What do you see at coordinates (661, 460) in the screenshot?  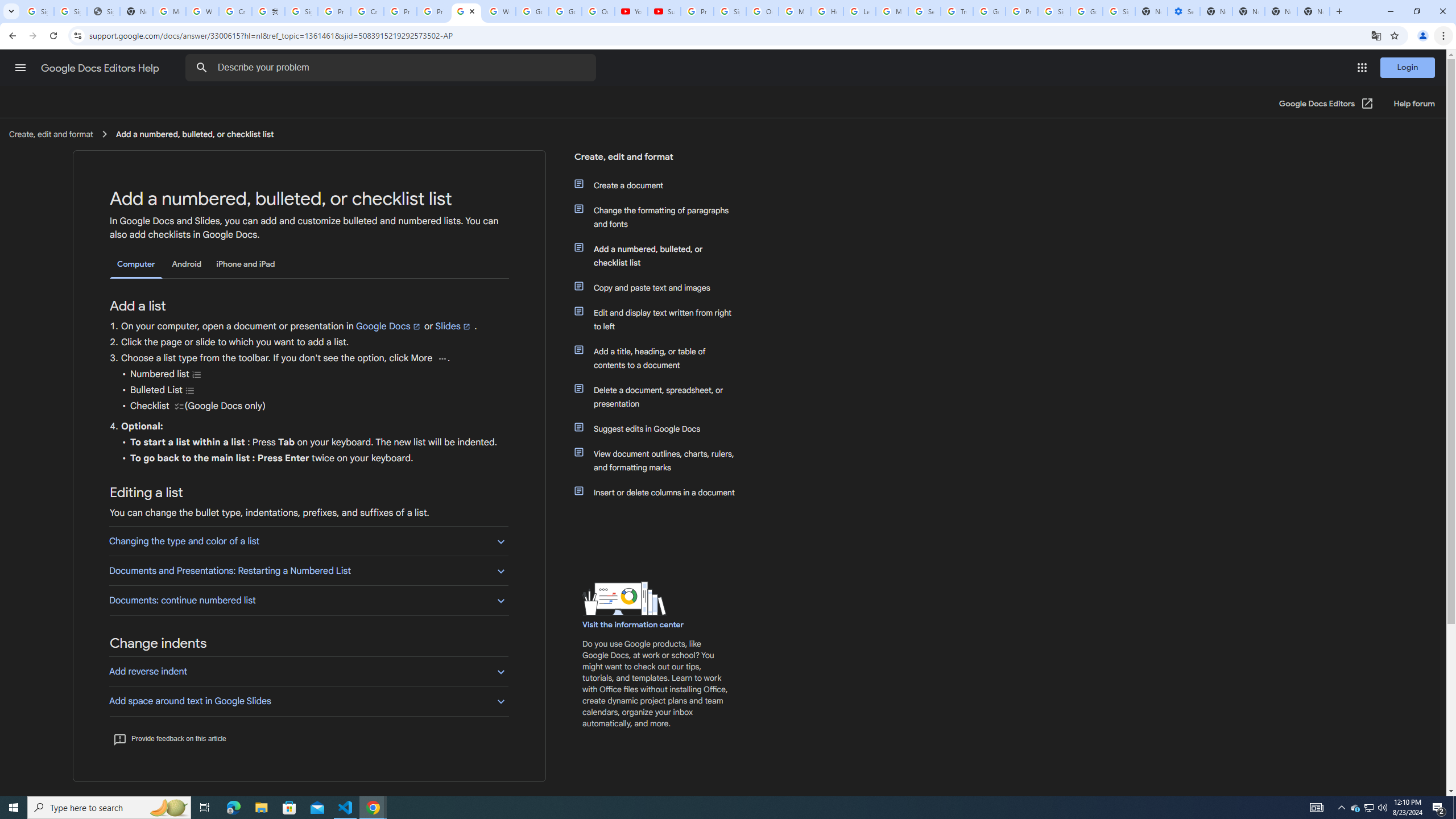 I see `'View document outlines, charts, rulers, and formatting marks'` at bounding box center [661, 460].